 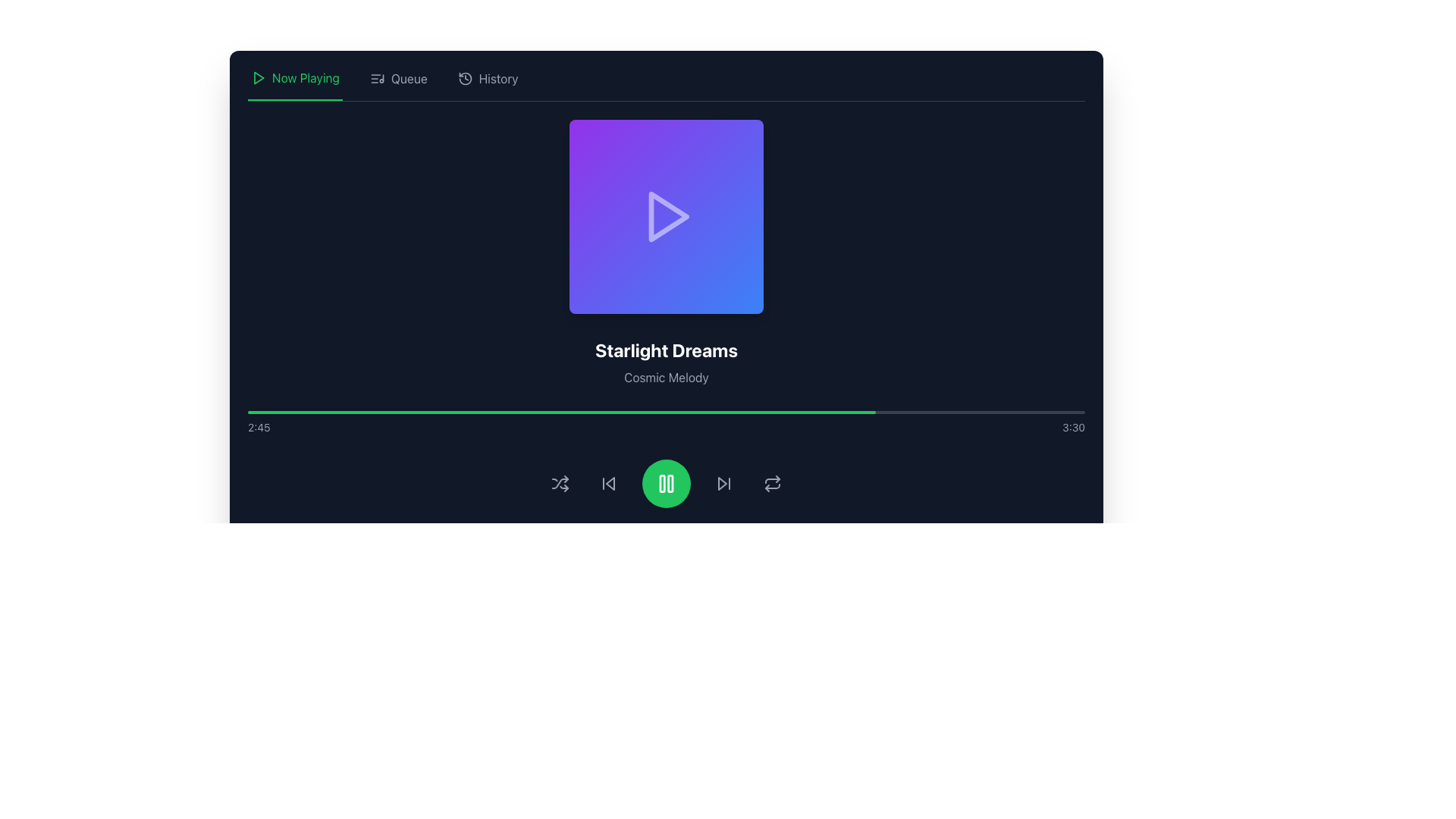 What do you see at coordinates (662, 483) in the screenshot?
I see `the left vertical bar of the pause button icon, which is a green rectangular shape located at the center of the bottom control bar of the music player` at bounding box center [662, 483].